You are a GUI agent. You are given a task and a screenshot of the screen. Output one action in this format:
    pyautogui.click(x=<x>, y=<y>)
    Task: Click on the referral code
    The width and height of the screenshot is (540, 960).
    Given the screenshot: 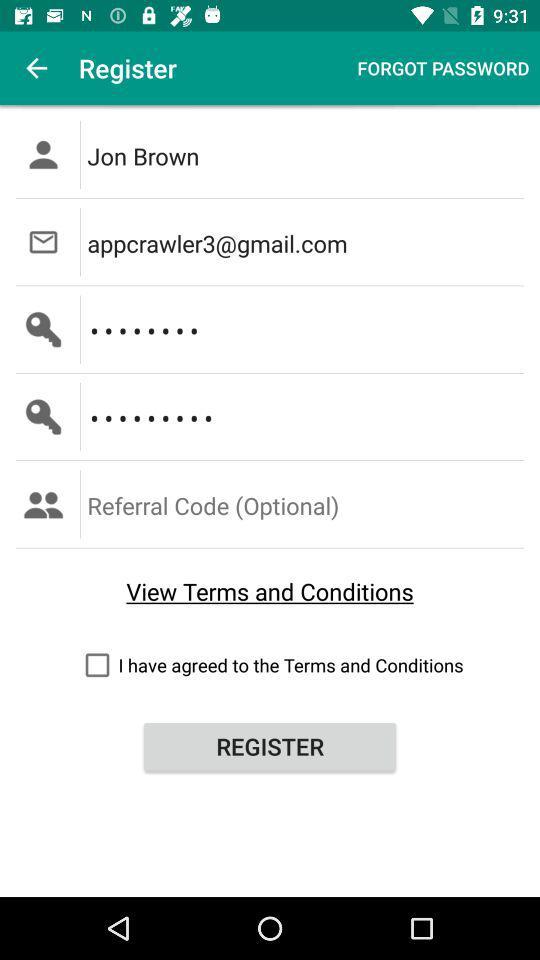 What is the action you would take?
    pyautogui.click(x=307, y=503)
    